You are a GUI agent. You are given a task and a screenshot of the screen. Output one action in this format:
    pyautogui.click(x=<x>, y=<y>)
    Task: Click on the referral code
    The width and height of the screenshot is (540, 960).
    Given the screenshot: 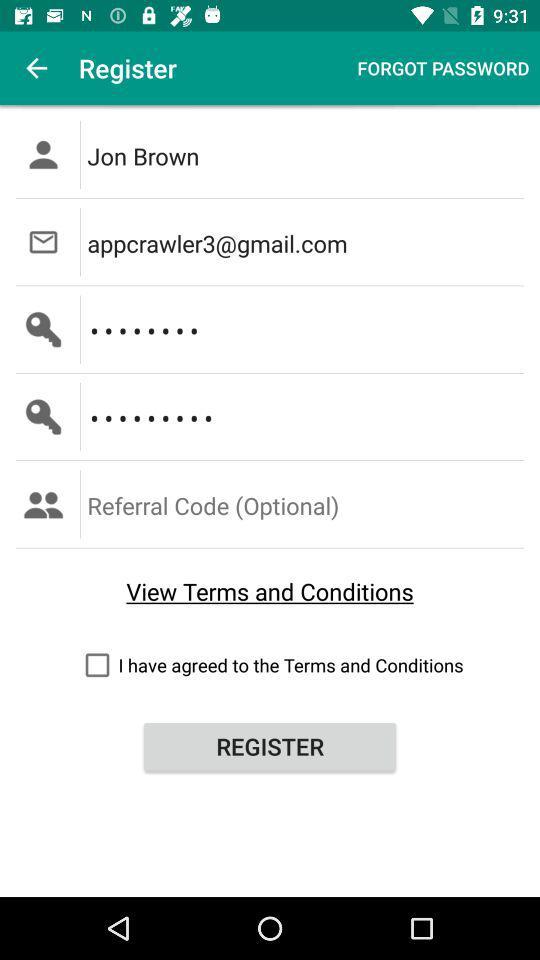 What is the action you would take?
    pyautogui.click(x=307, y=503)
    